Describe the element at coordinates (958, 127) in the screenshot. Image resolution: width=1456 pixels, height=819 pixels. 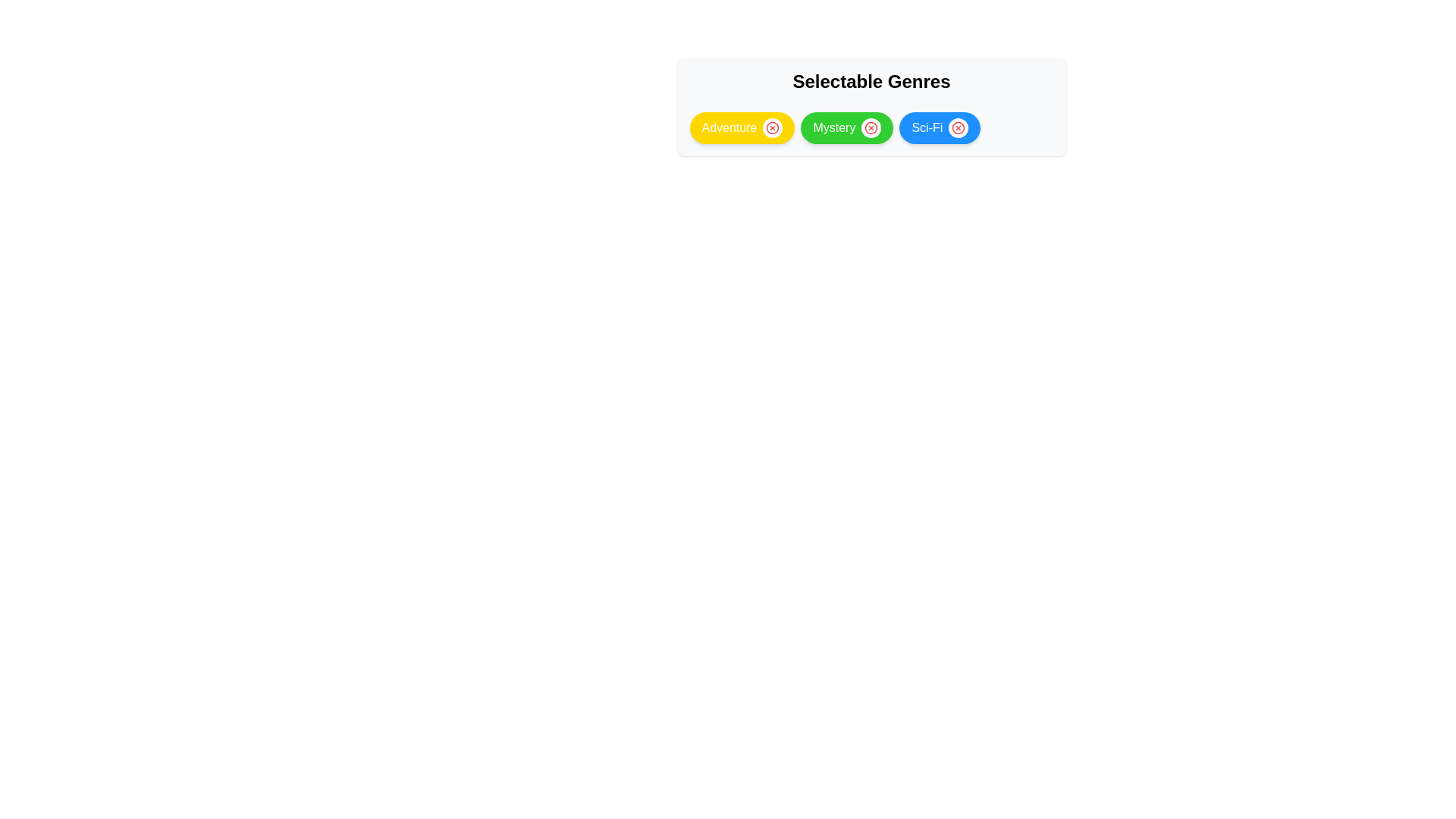
I see `close button on the chip labeled Sci-Fi to remove it` at that location.